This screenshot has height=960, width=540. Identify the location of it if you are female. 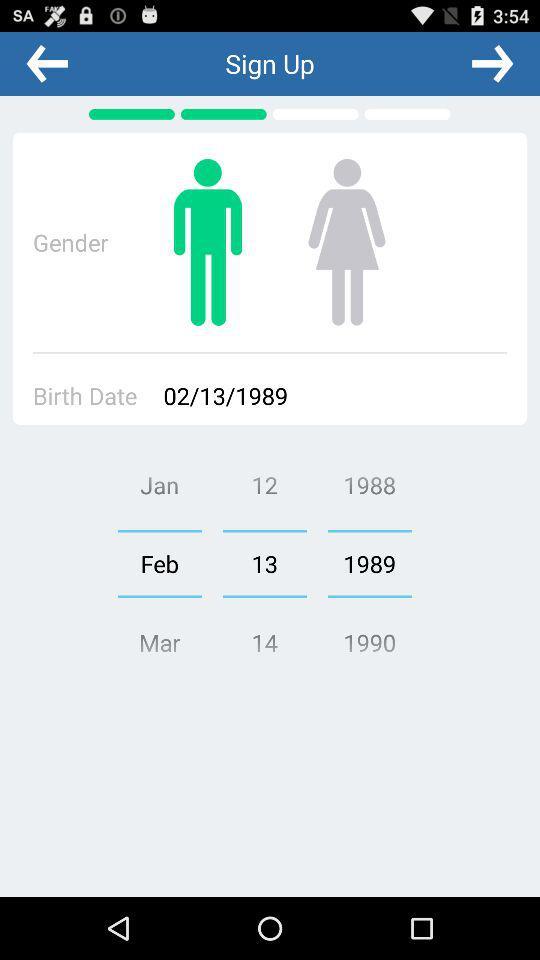
(345, 241).